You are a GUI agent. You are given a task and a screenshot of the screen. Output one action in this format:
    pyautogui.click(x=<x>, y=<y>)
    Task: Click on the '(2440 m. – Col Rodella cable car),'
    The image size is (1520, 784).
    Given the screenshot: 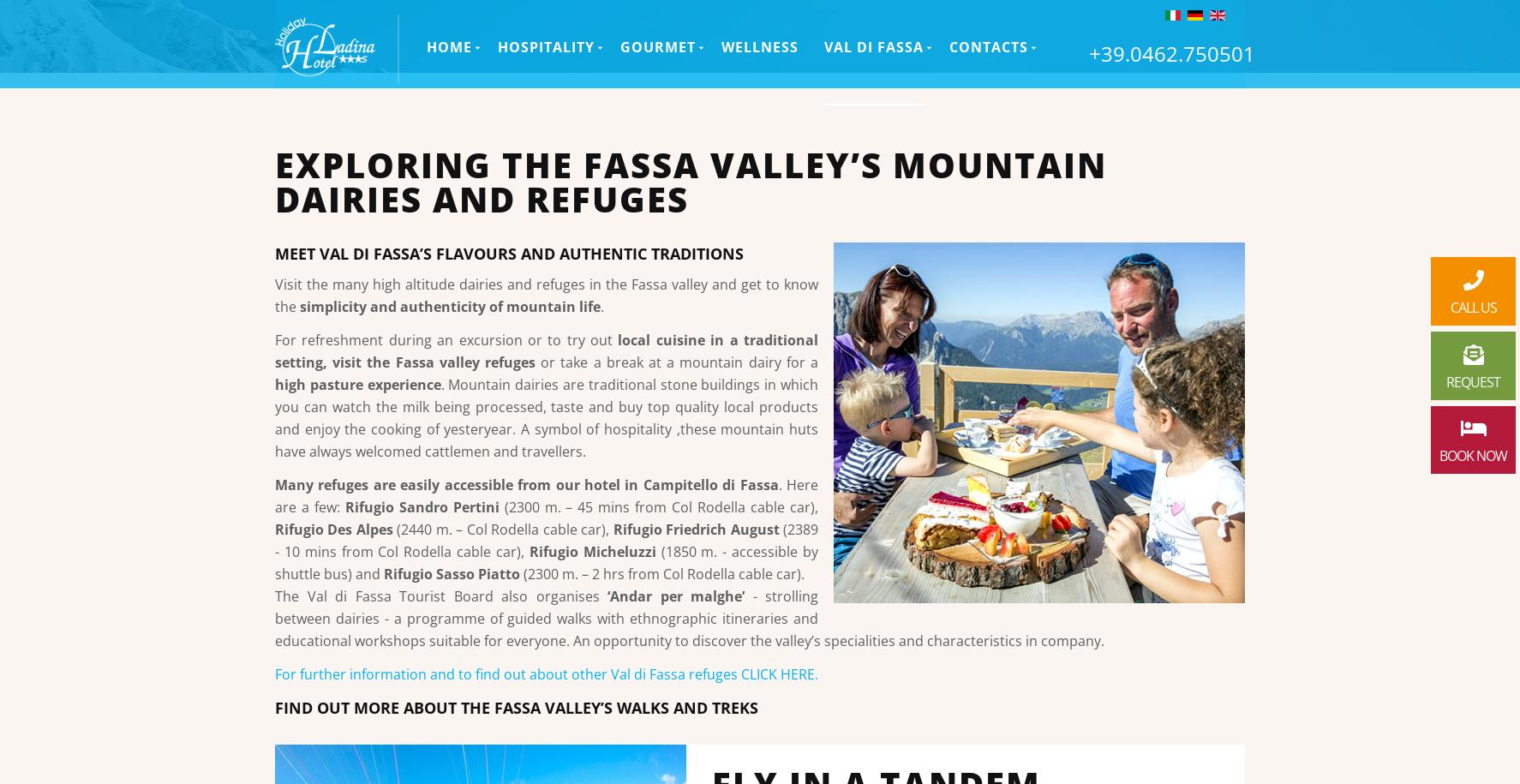 What is the action you would take?
    pyautogui.click(x=501, y=529)
    